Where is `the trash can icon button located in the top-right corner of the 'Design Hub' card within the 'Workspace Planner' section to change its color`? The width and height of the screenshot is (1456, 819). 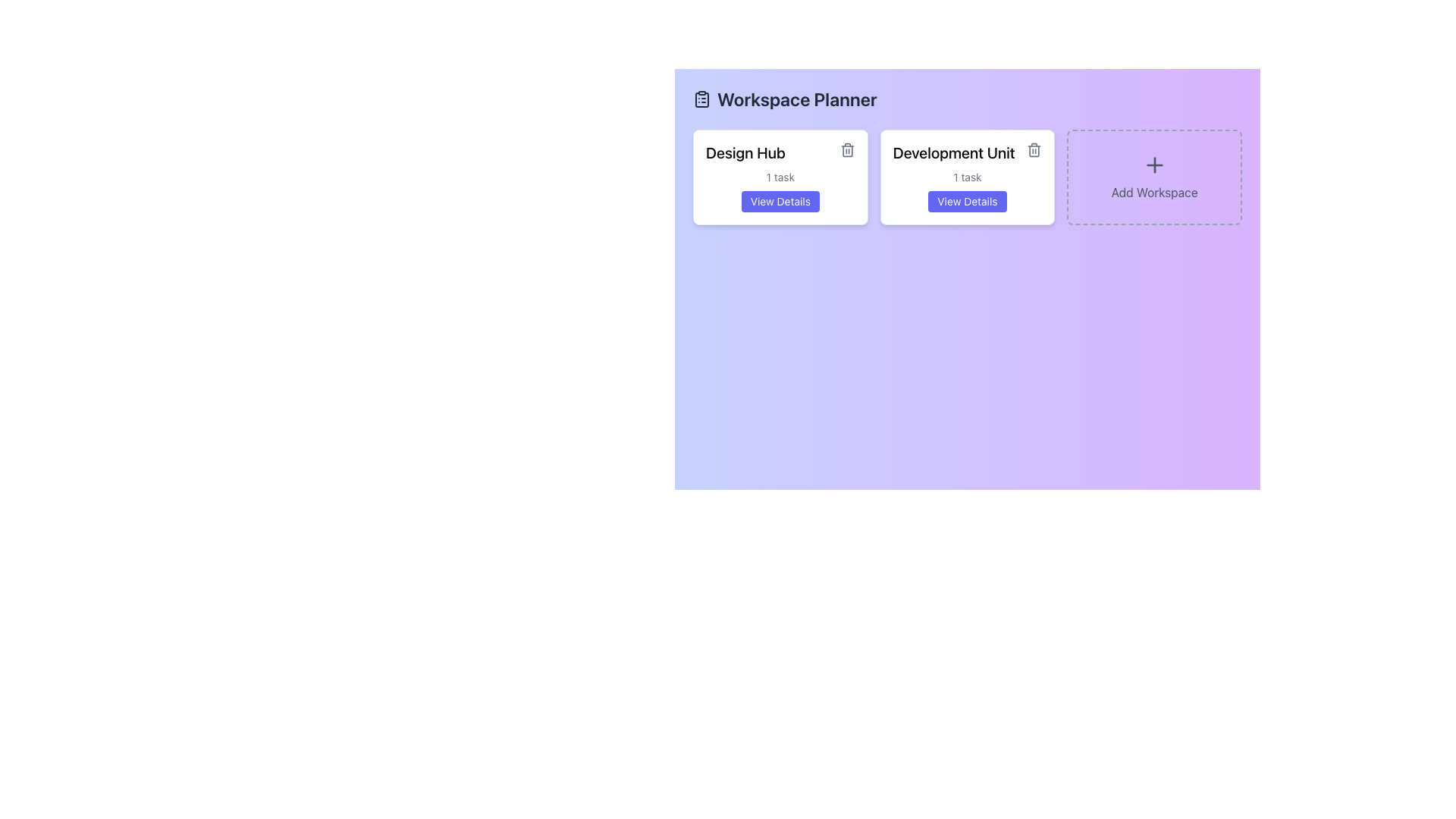
the trash can icon button located in the top-right corner of the 'Design Hub' card within the 'Workspace Planner' section to change its color is located at coordinates (846, 149).